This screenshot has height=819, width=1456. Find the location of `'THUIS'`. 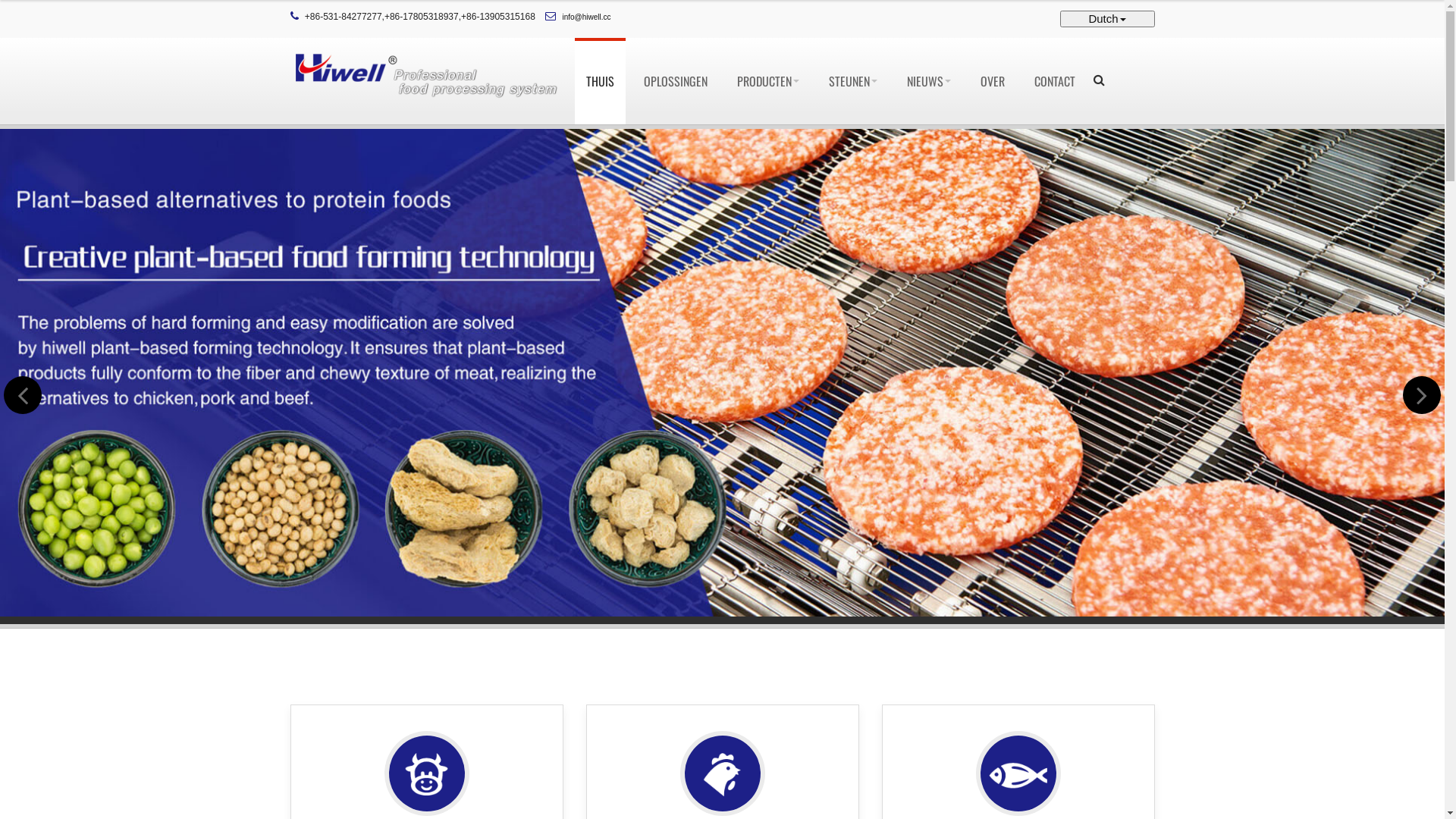

'THUIS' is located at coordinates (599, 81).